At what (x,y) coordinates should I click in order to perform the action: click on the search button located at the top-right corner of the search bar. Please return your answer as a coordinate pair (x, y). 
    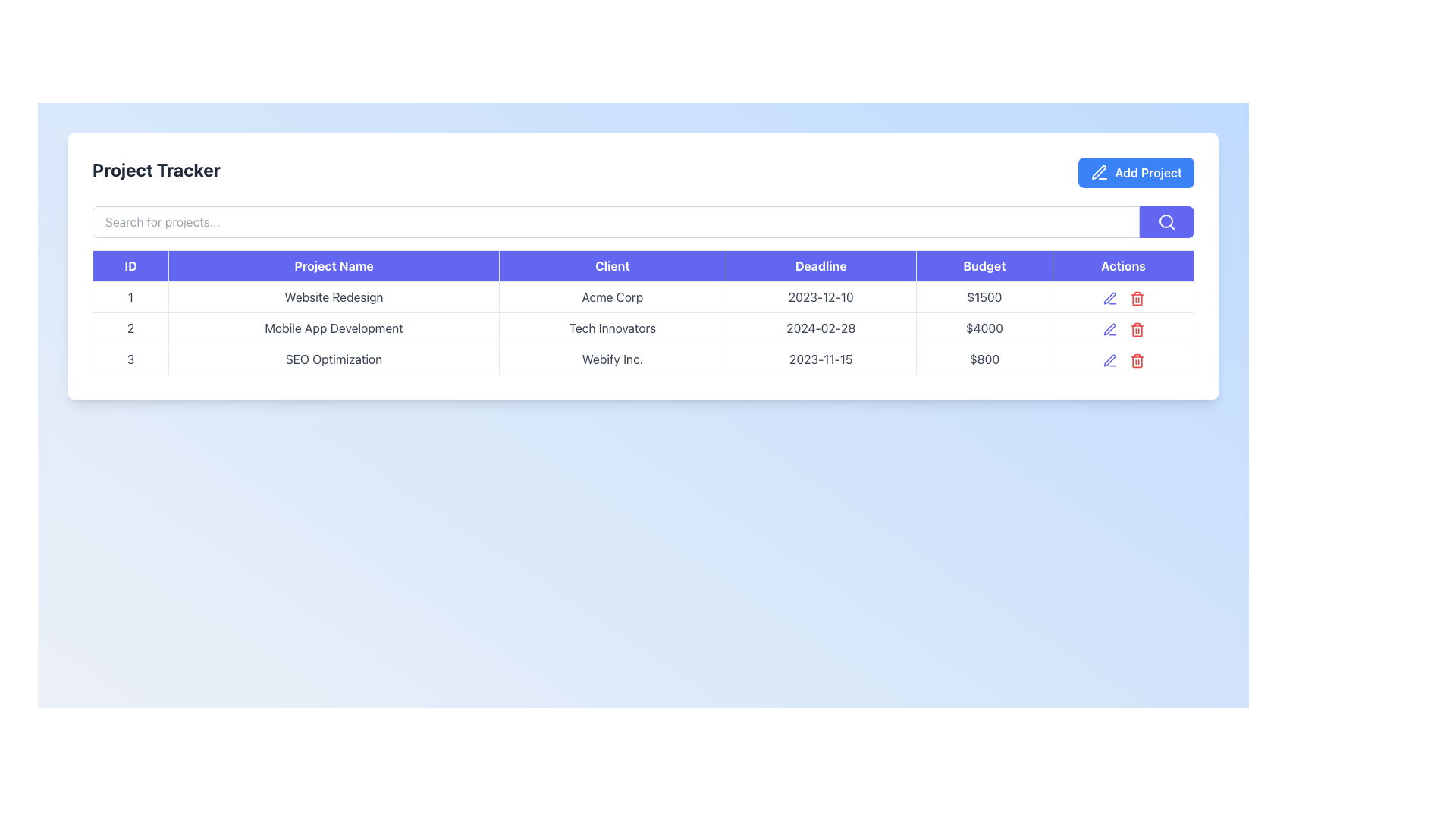
    Looking at the image, I should click on (1166, 222).